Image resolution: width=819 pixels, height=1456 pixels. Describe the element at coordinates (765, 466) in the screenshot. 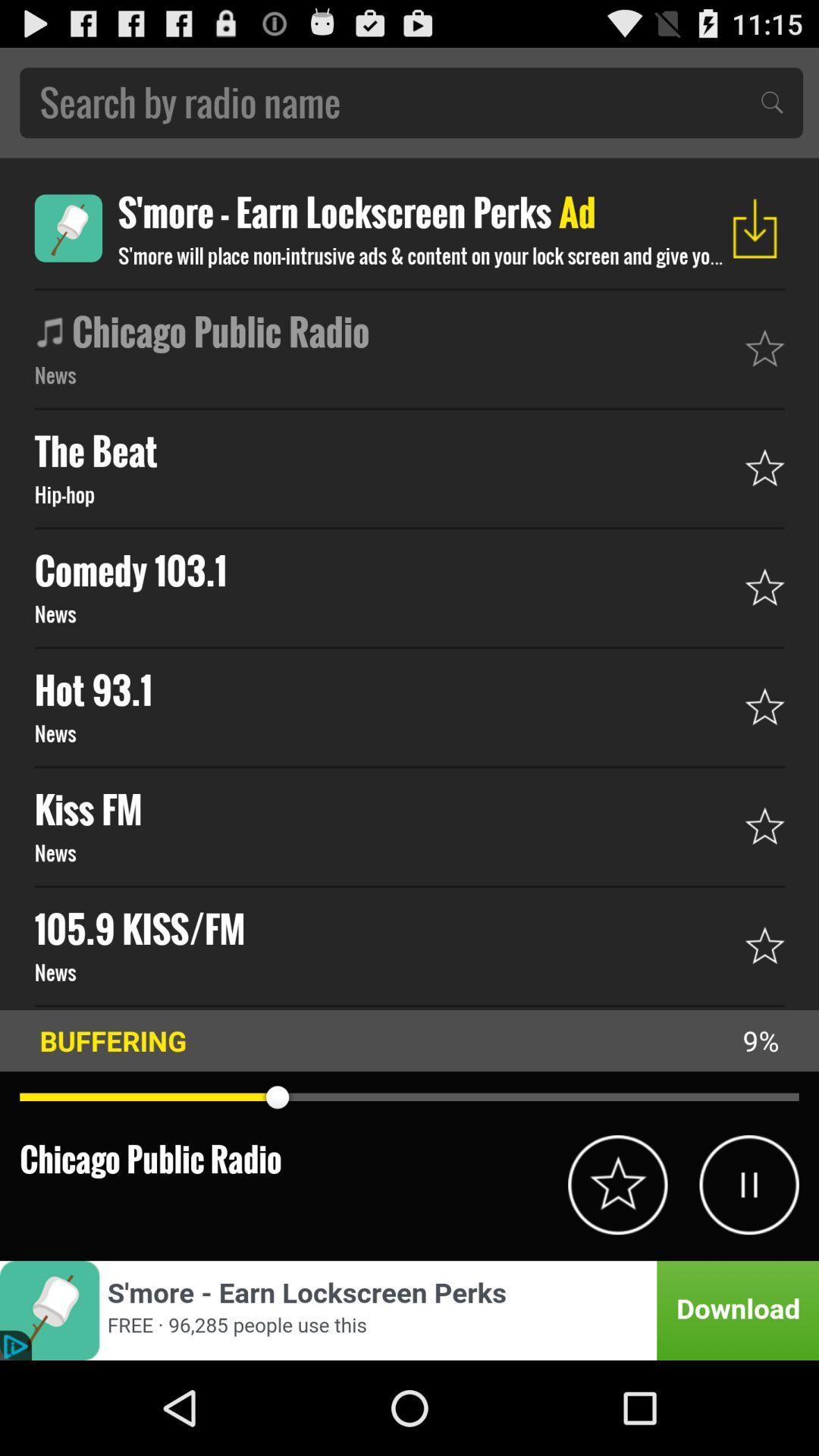

I see `the star right to the beat` at that location.